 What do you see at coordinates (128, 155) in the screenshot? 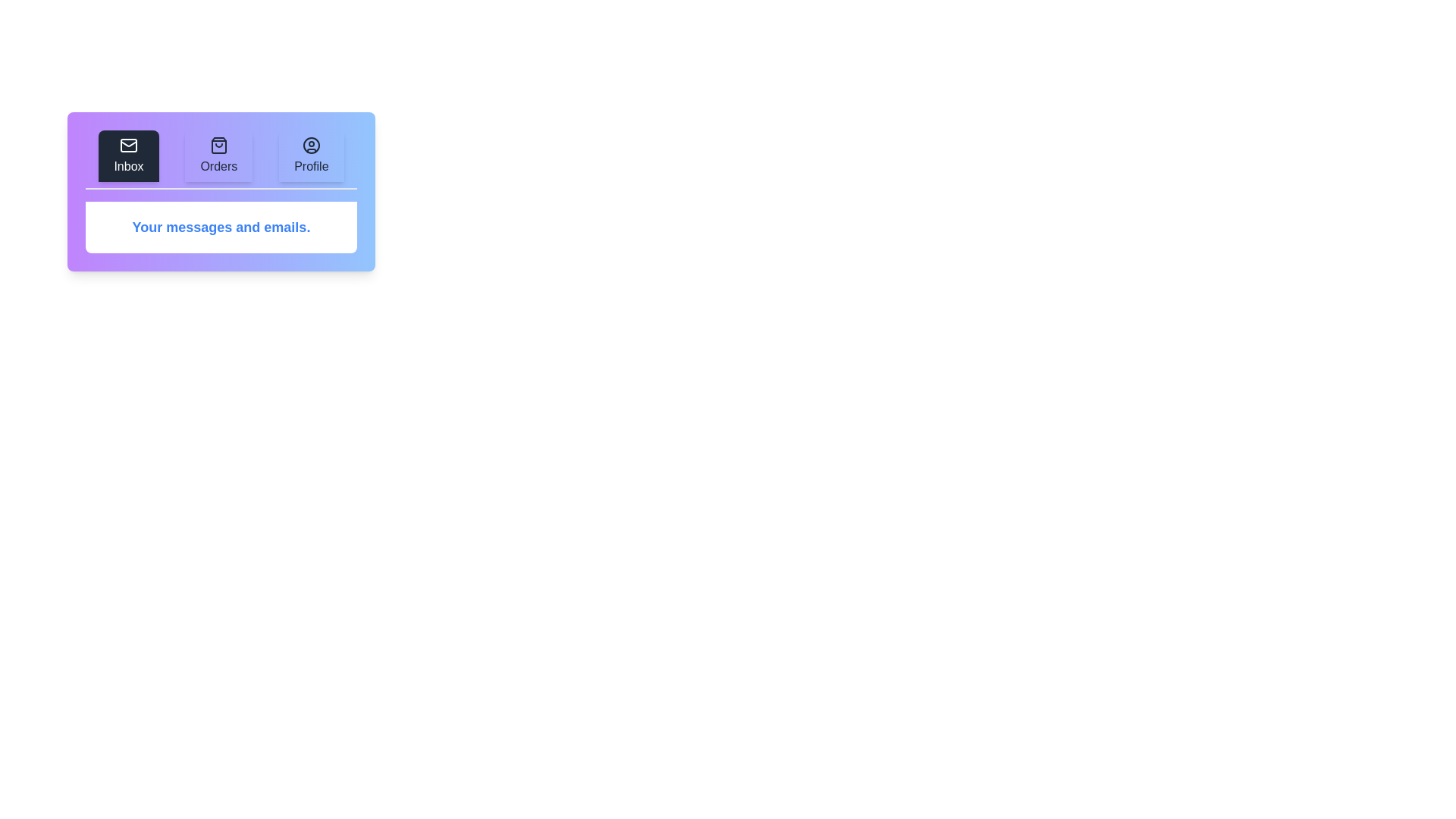
I see `the Inbox tab` at bounding box center [128, 155].